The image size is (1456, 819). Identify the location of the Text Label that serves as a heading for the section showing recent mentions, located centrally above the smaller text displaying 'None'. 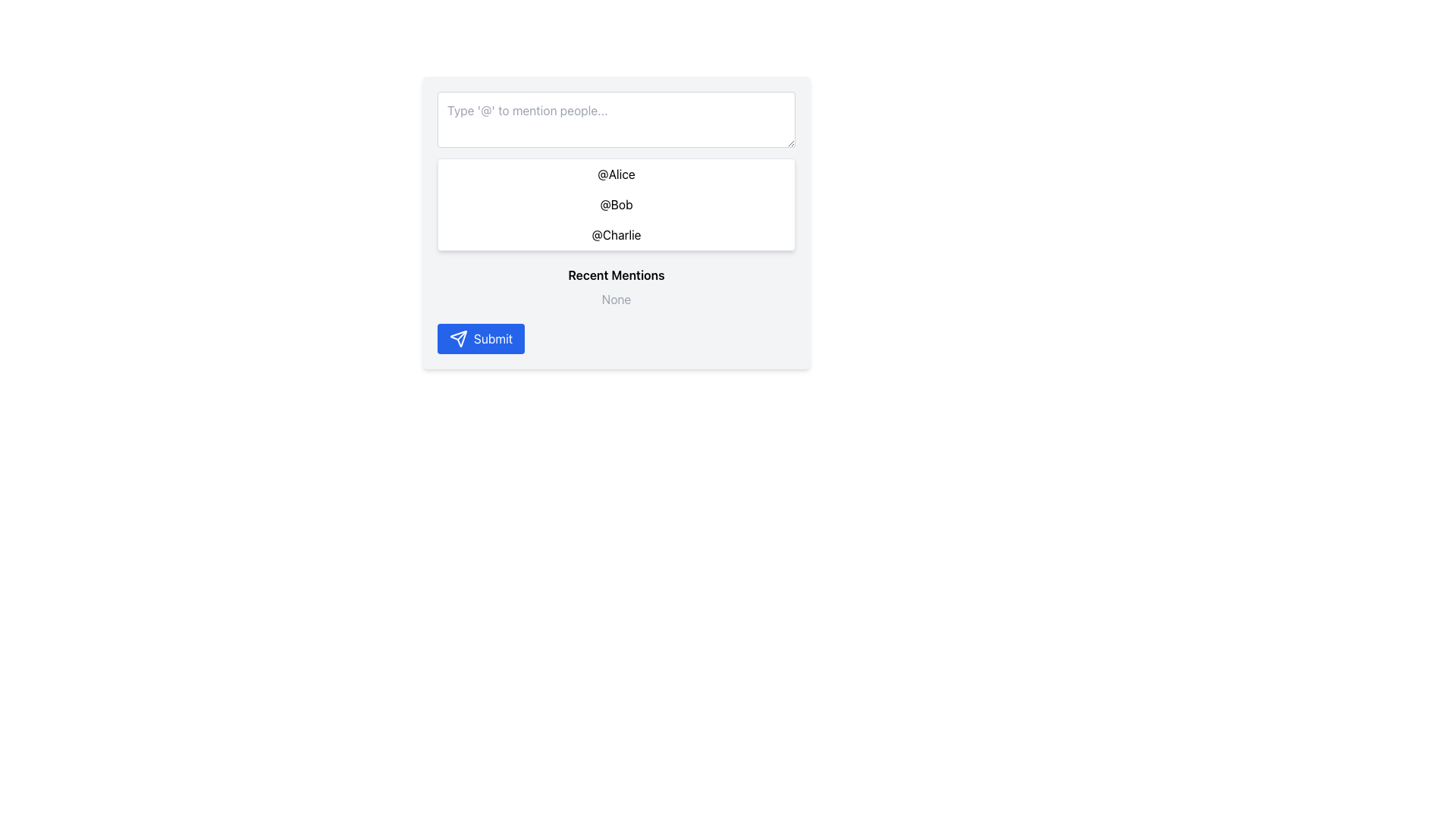
(616, 275).